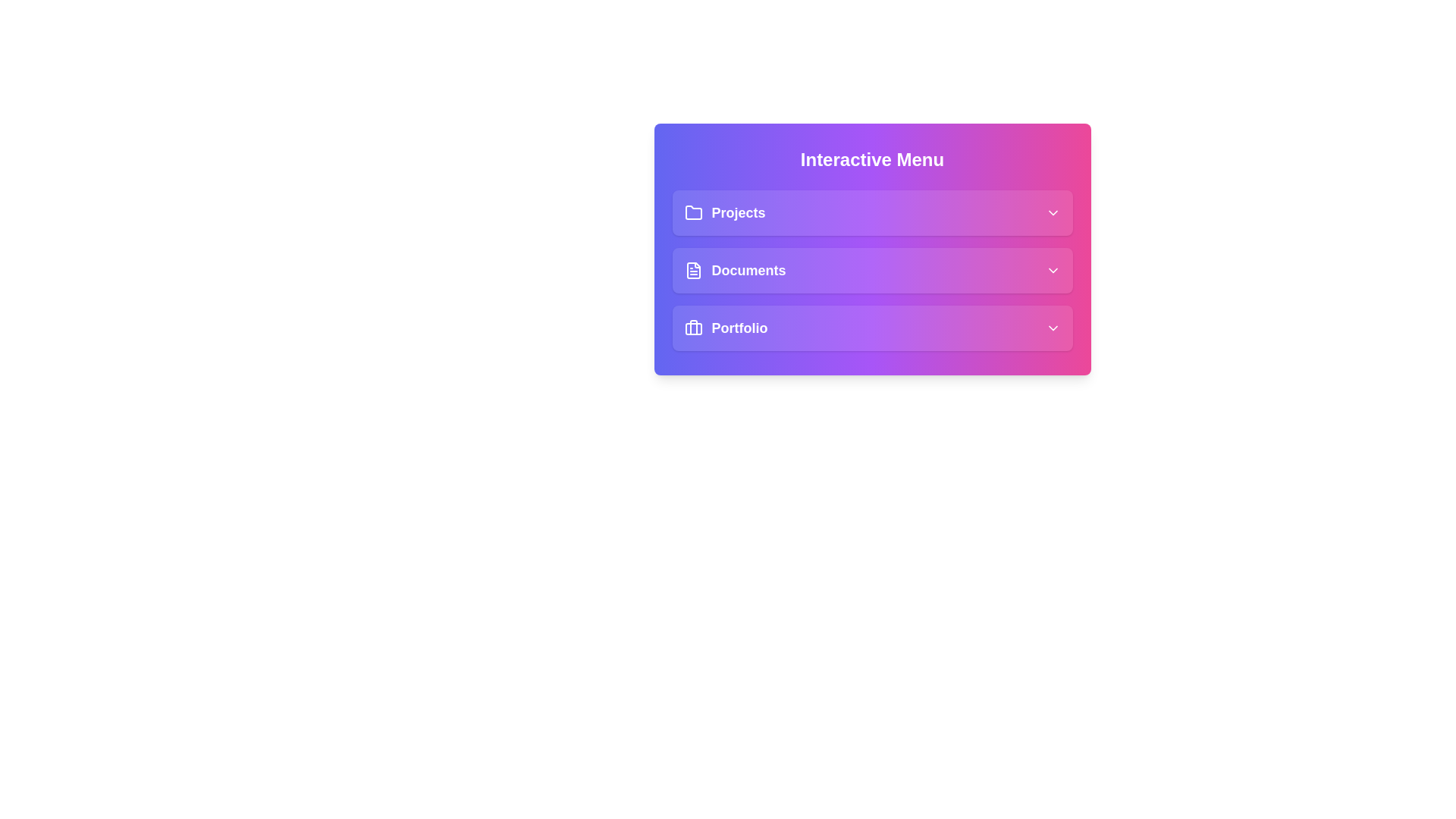 The height and width of the screenshot is (819, 1456). What do you see at coordinates (725, 327) in the screenshot?
I see `the Menu item labeled 'Portfolio' which consists of a briefcase icon and white text against a gradient background` at bounding box center [725, 327].